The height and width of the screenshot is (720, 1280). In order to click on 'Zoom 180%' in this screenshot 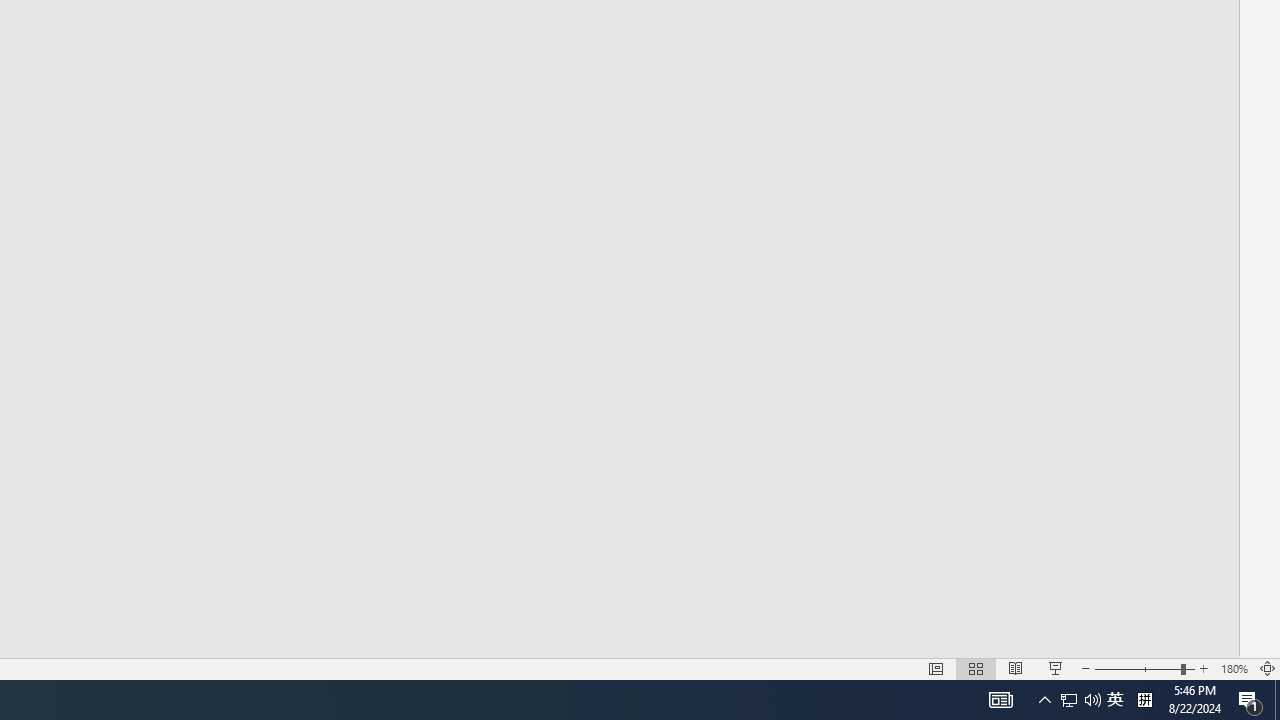, I will do `click(1233, 669)`.